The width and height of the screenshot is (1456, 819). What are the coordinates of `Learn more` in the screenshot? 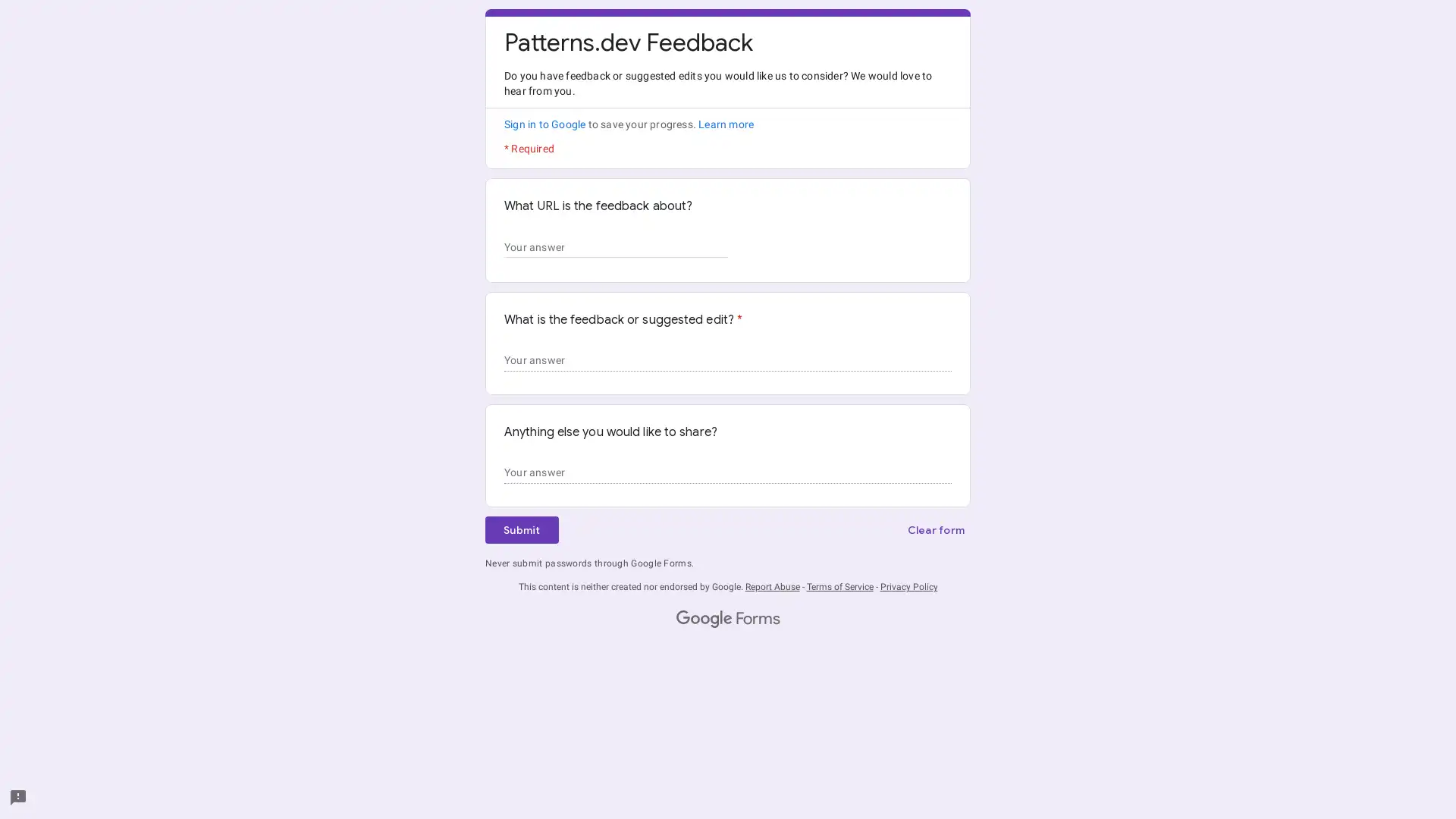 It's located at (725, 124).